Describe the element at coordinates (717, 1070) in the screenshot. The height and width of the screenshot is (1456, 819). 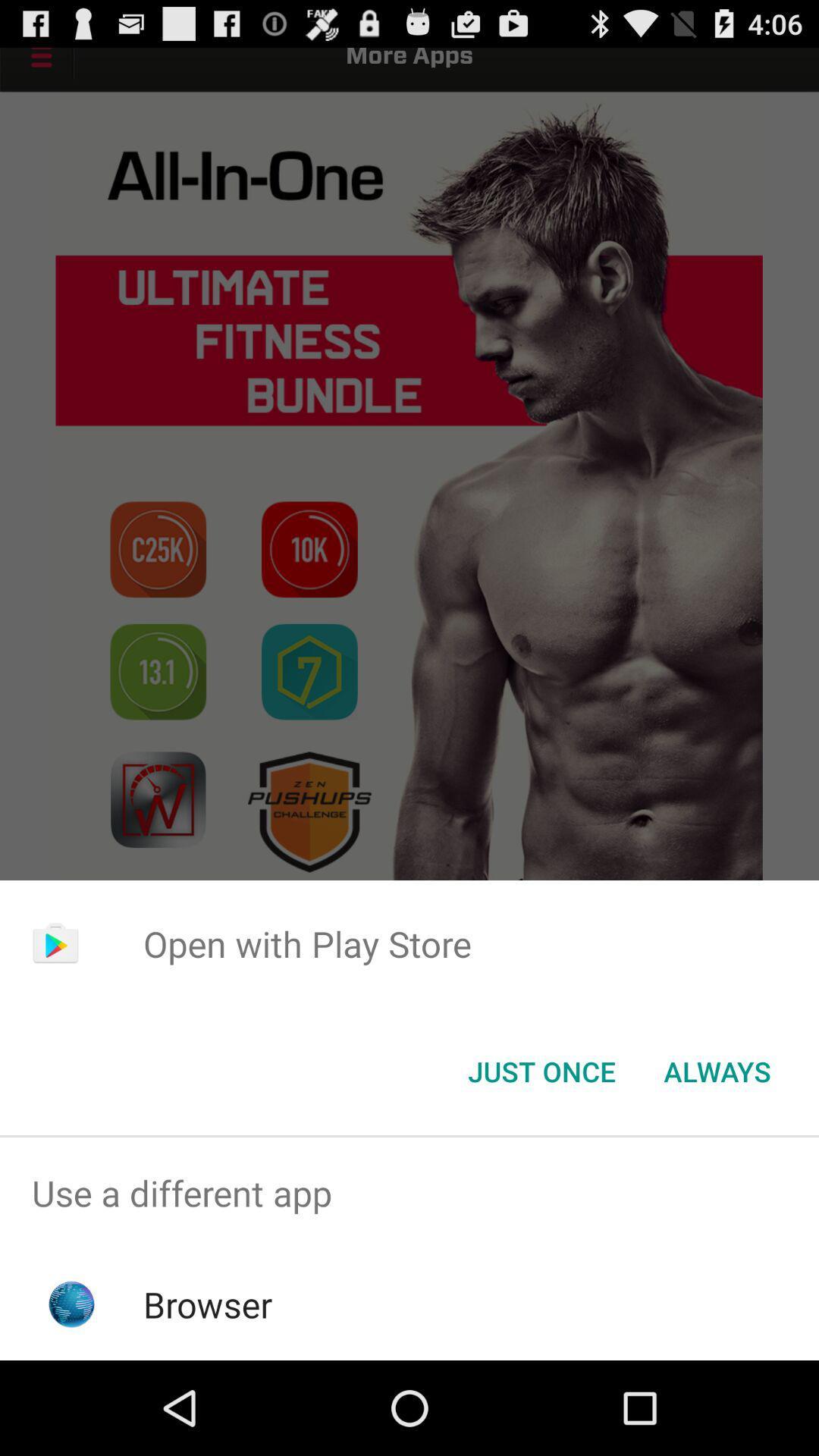
I see `the button at the bottom right corner` at that location.